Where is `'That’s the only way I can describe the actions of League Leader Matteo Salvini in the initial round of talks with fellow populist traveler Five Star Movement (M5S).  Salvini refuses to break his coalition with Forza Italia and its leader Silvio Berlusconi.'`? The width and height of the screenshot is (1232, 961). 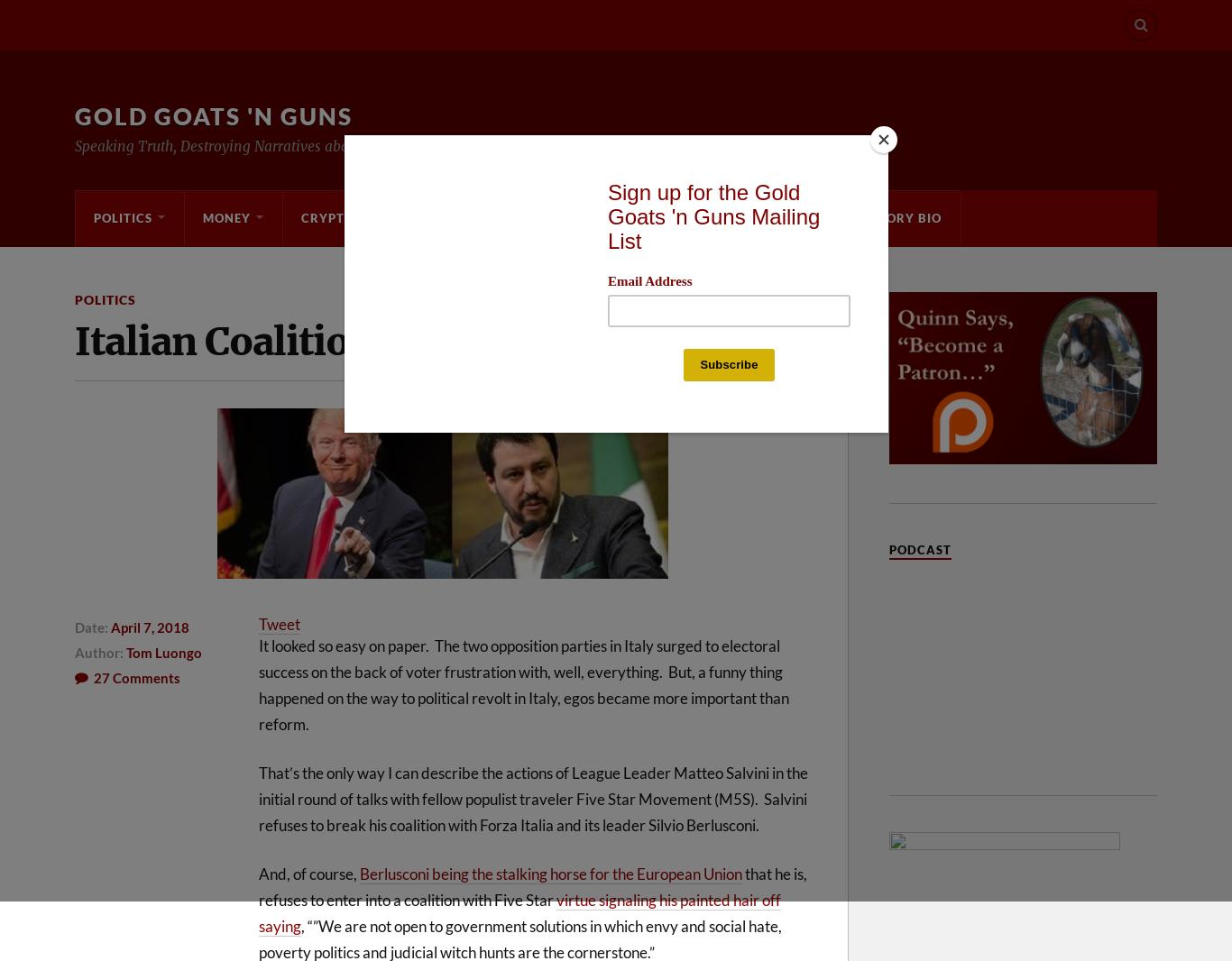
'That’s the only way I can describe the actions of League Leader Matteo Salvini in the initial round of talks with fellow populist traveler Five Star Movement (M5S).  Salvini refuses to break his coalition with Forza Italia and its leader Silvio Berlusconi.' is located at coordinates (532, 798).